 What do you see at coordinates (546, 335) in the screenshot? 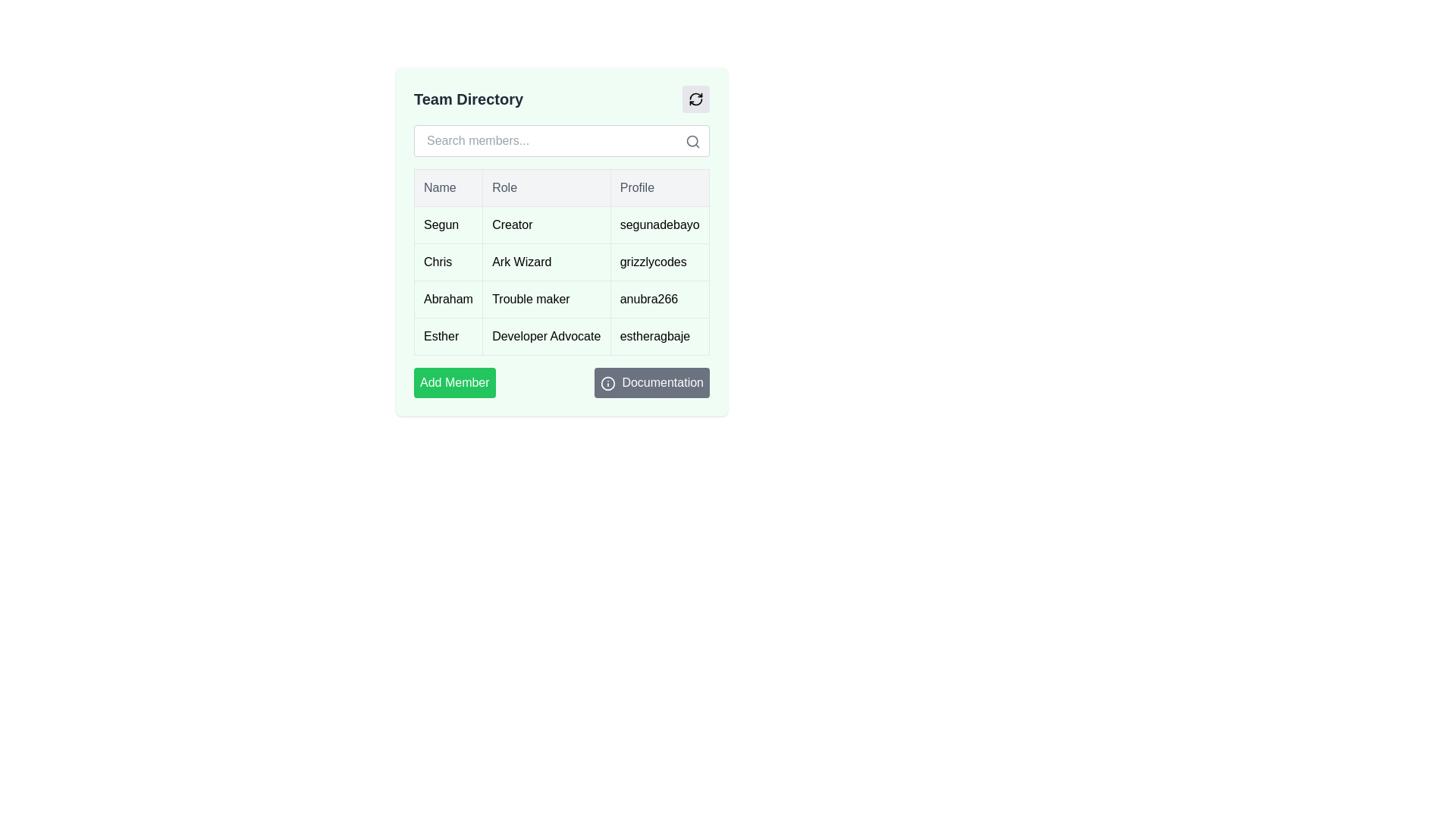
I see `the static text content displaying the role or job title of Esther in the grid under the 'Role' column` at bounding box center [546, 335].